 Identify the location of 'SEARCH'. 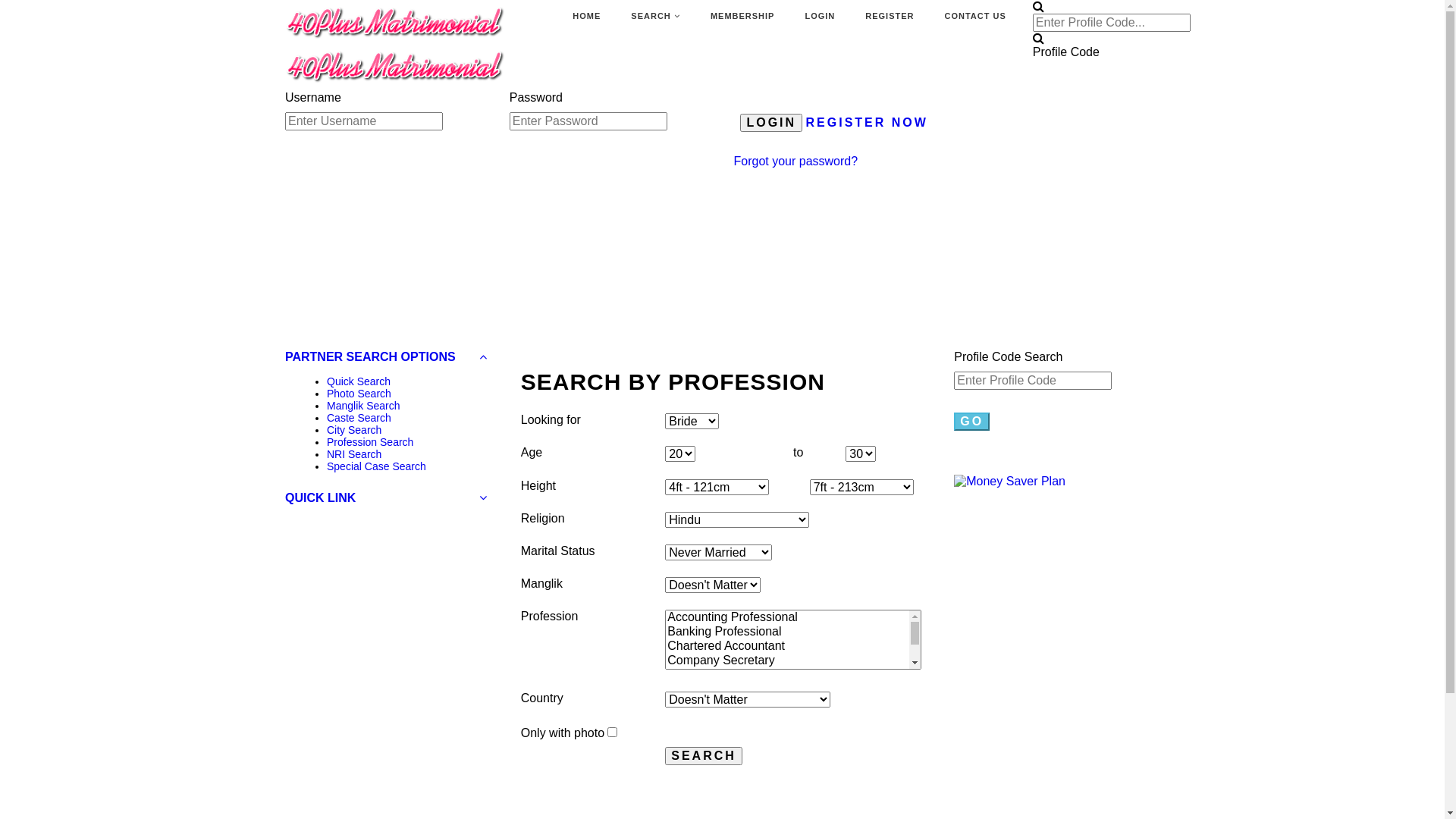
(655, 17).